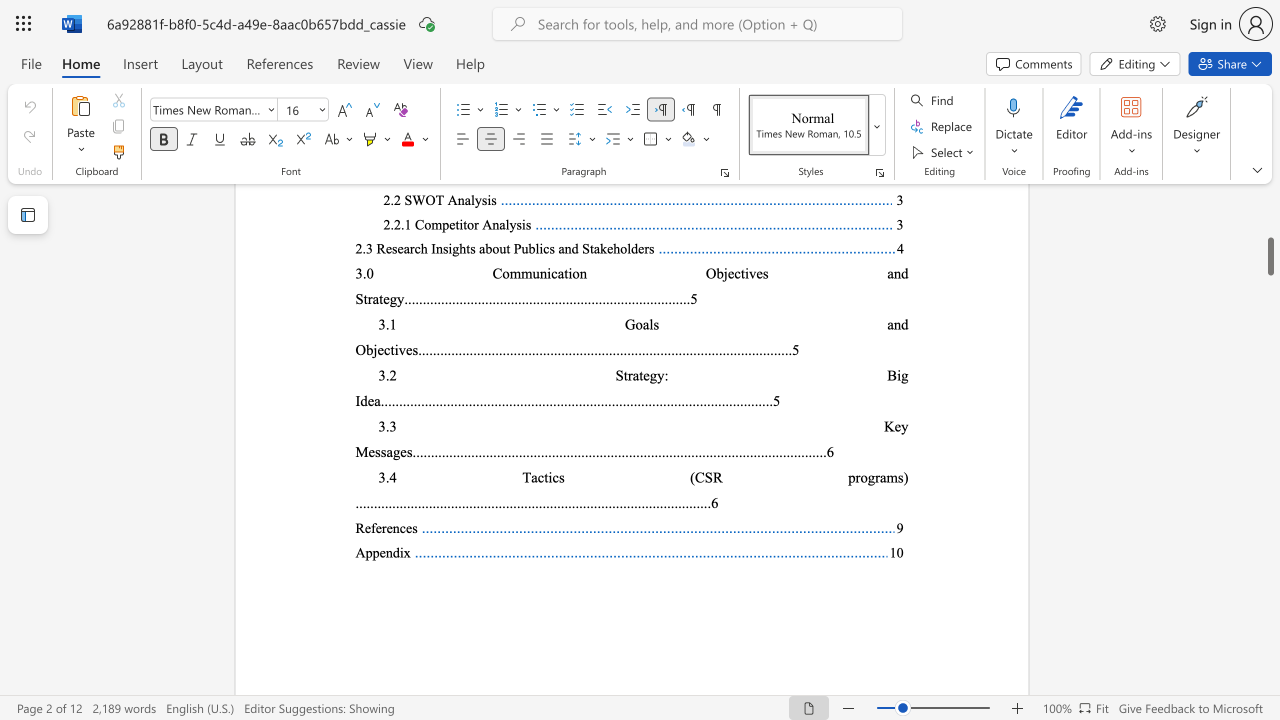 The width and height of the screenshot is (1280, 720). Describe the element at coordinates (557, 501) in the screenshot. I see `the subset text ".............." within the text "................................................................................................."` at that location.